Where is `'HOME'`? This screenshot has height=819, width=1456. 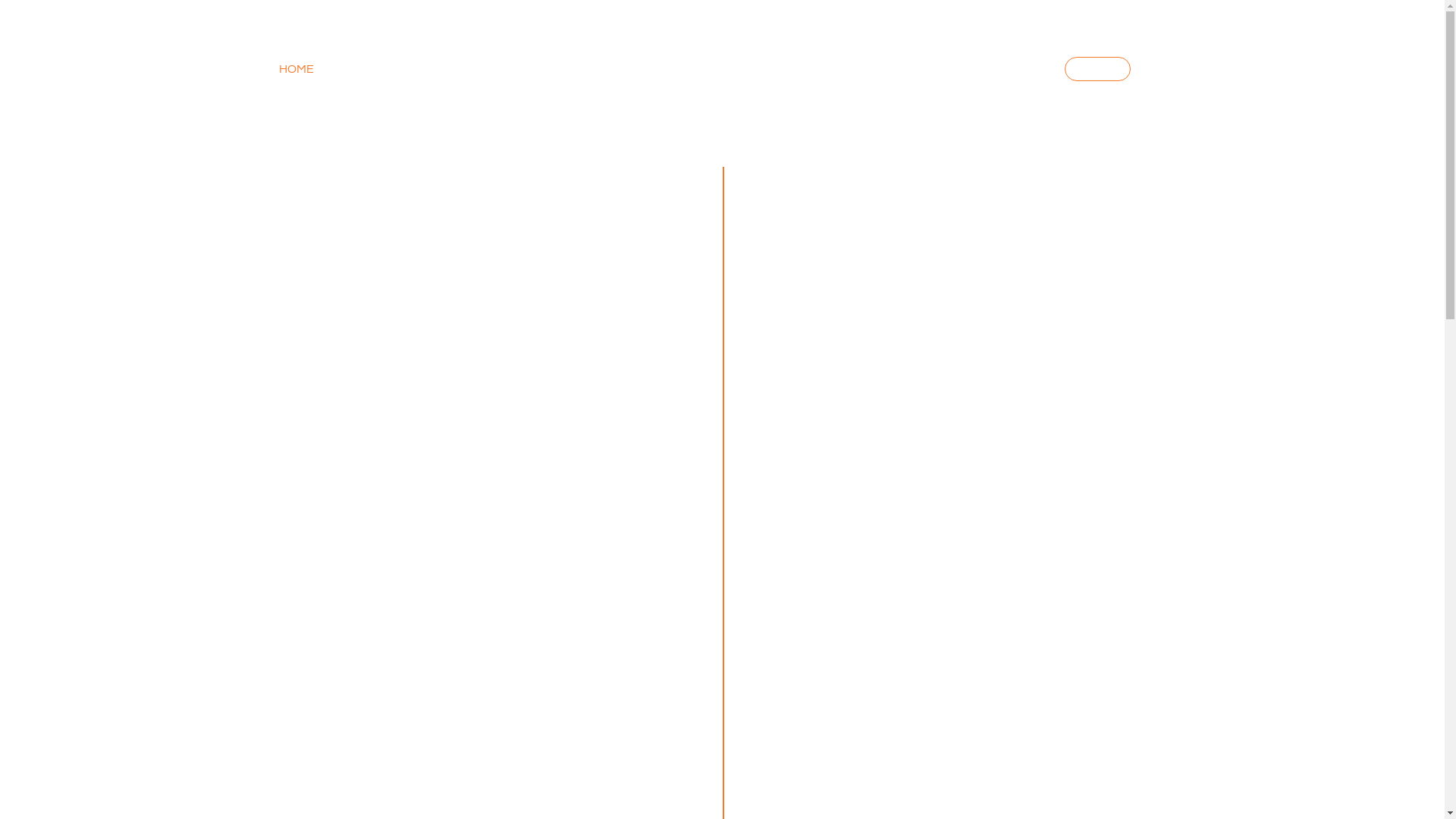
'HOME' is located at coordinates (279, 69).